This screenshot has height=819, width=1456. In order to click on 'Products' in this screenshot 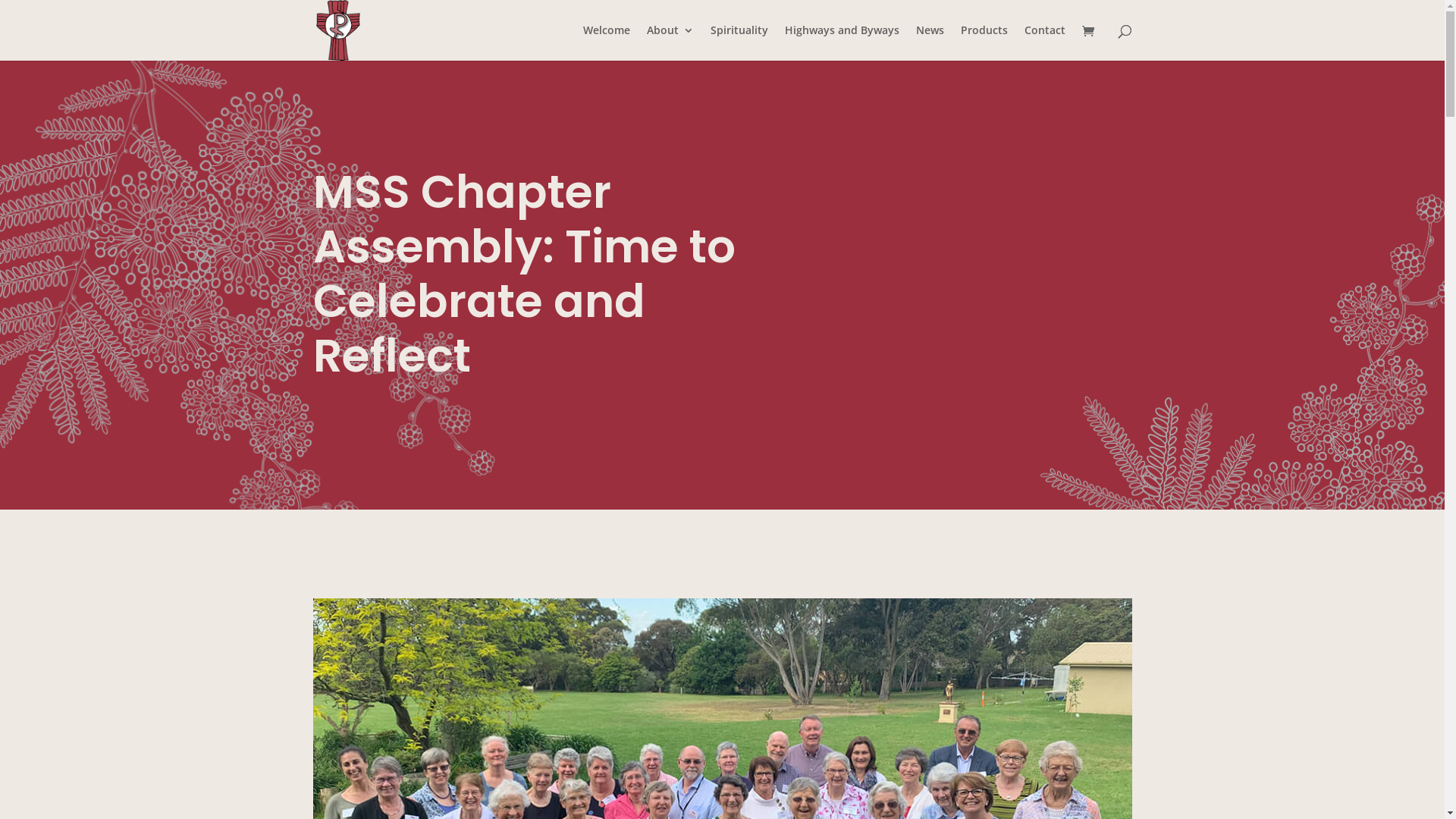, I will do `click(959, 42)`.